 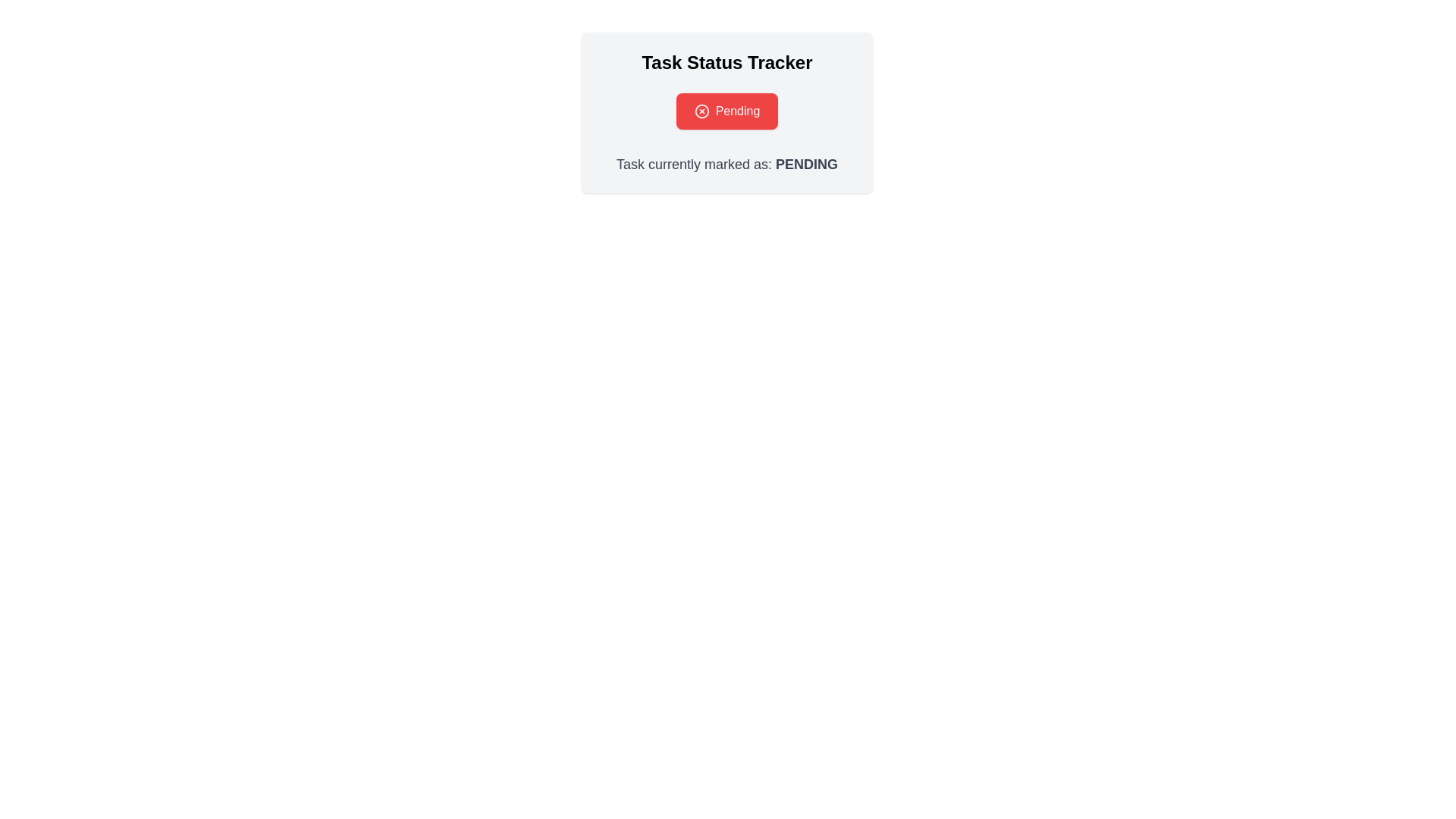 What do you see at coordinates (726, 110) in the screenshot?
I see `the 'Pending' text label that indicates the status of a process, which is centrally aligned with a circular 'X' icon` at bounding box center [726, 110].